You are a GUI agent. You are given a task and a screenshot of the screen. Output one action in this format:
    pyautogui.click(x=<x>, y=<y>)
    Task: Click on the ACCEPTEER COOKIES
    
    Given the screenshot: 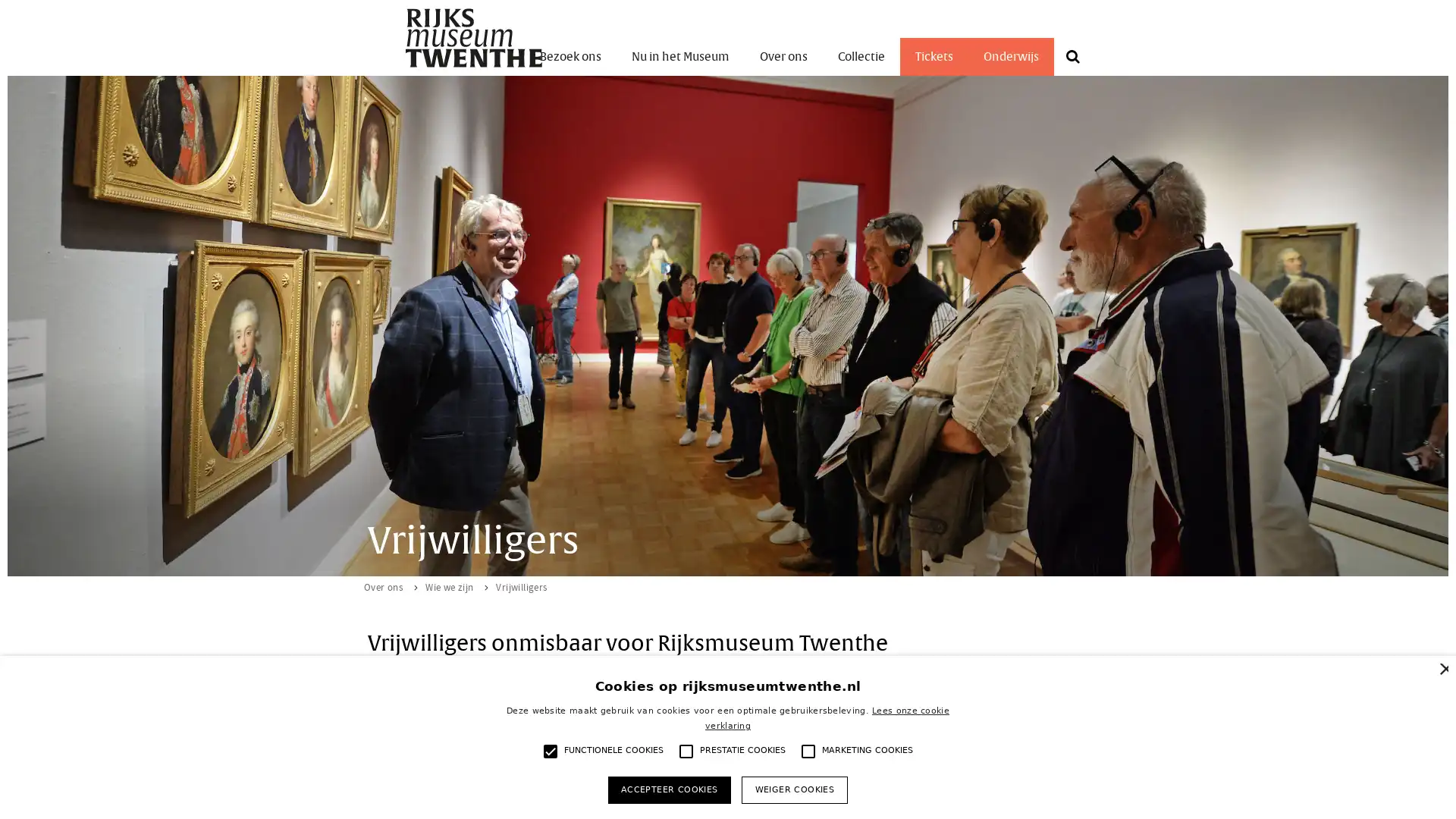 What is the action you would take?
    pyautogui.click(x=668, y=789)
    